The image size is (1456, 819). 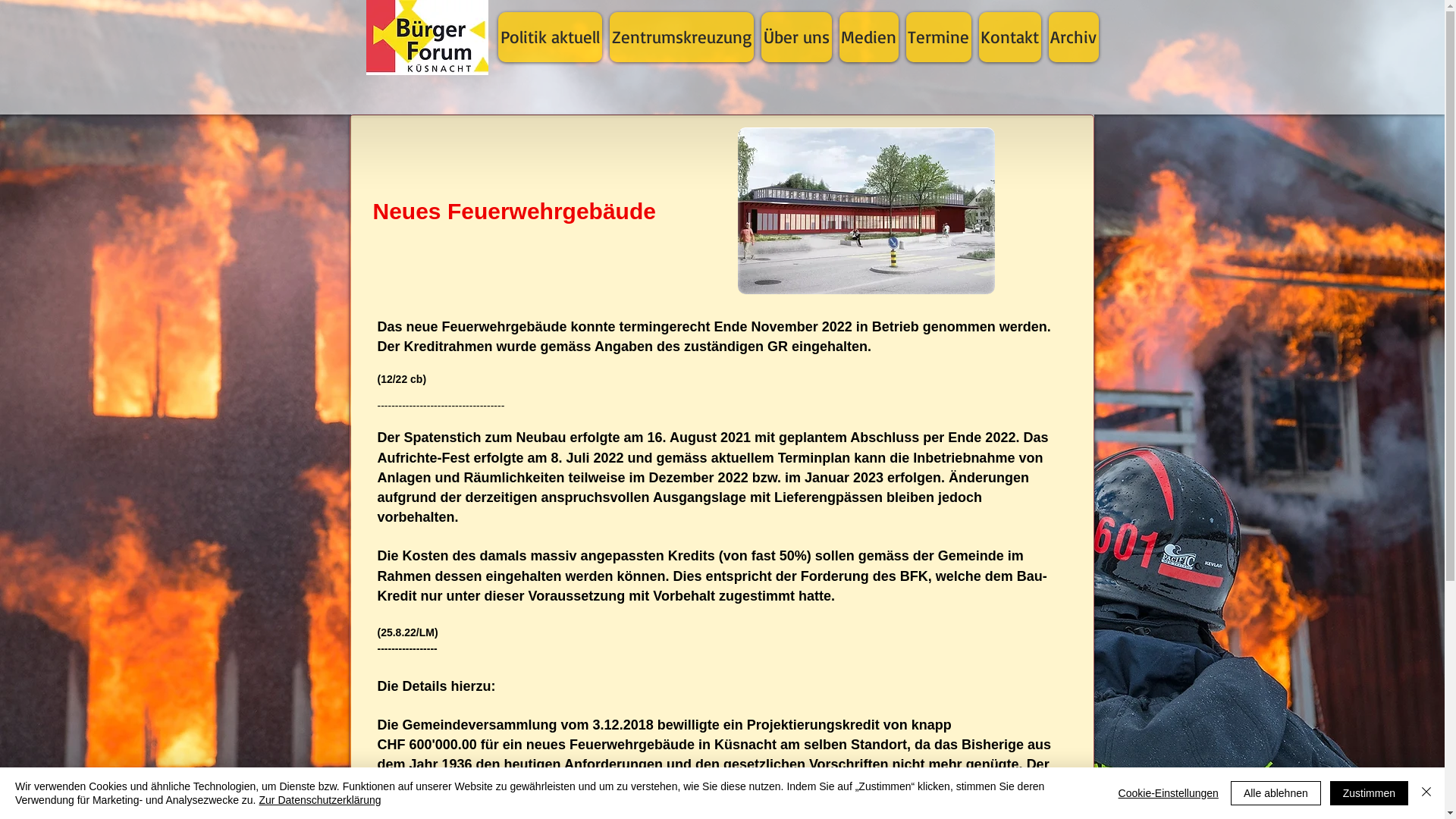 I want to click on 'Startseite', so click(x=425, y=36).